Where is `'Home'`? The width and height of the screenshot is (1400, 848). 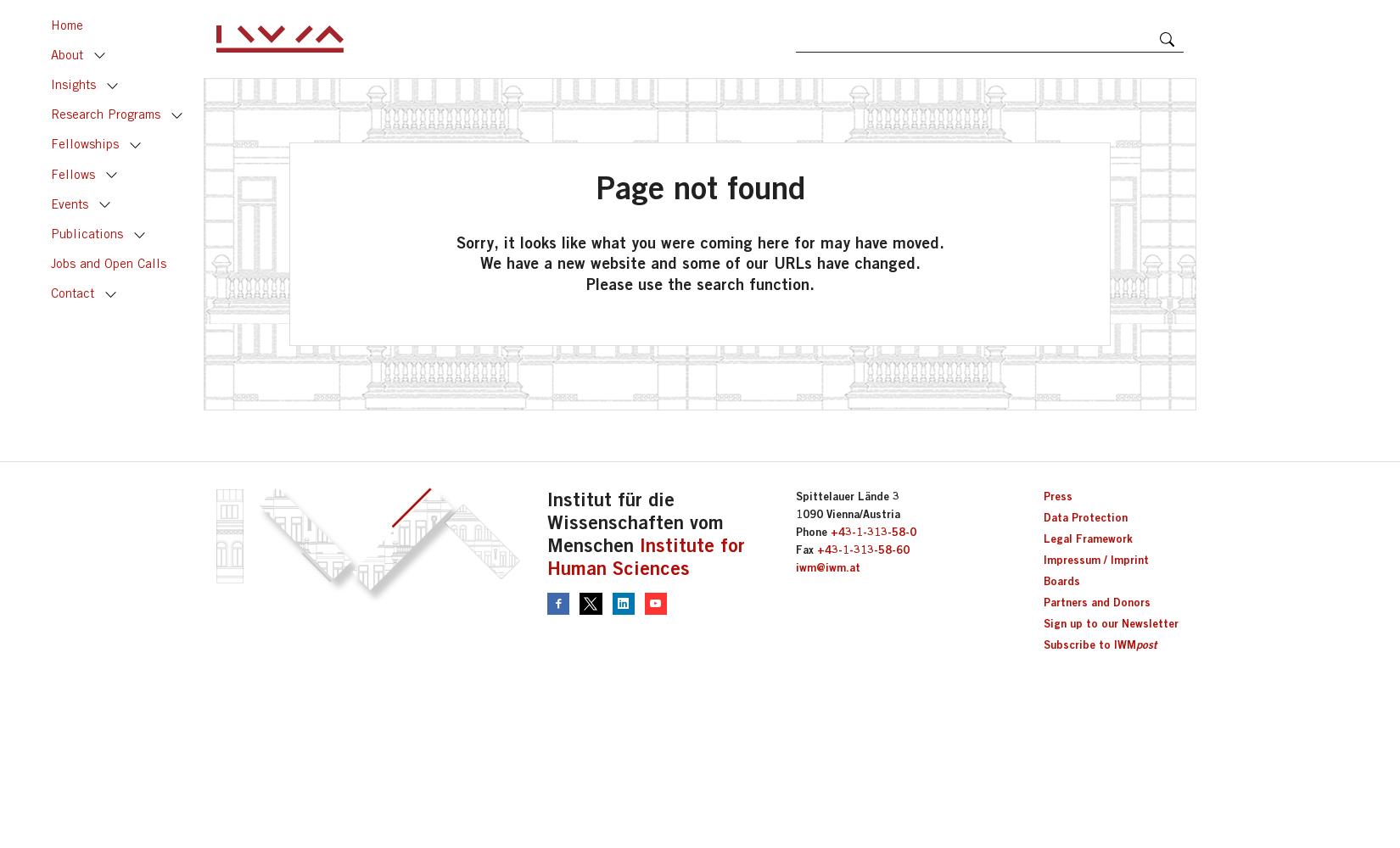 'Home' is located at coordinates (51, 24).